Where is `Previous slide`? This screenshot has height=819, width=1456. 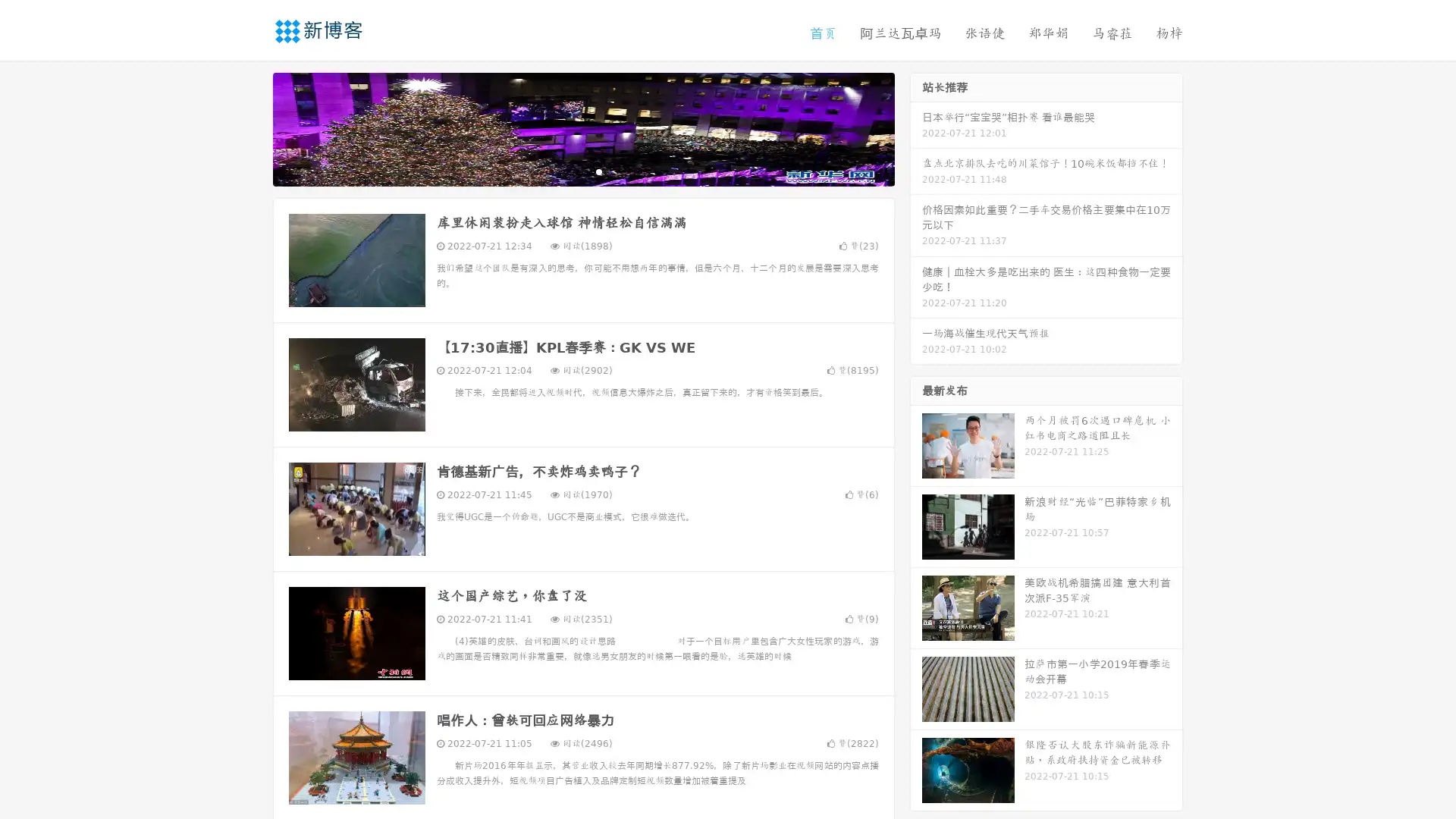
Previous slide is located at coordinates (250, 127).